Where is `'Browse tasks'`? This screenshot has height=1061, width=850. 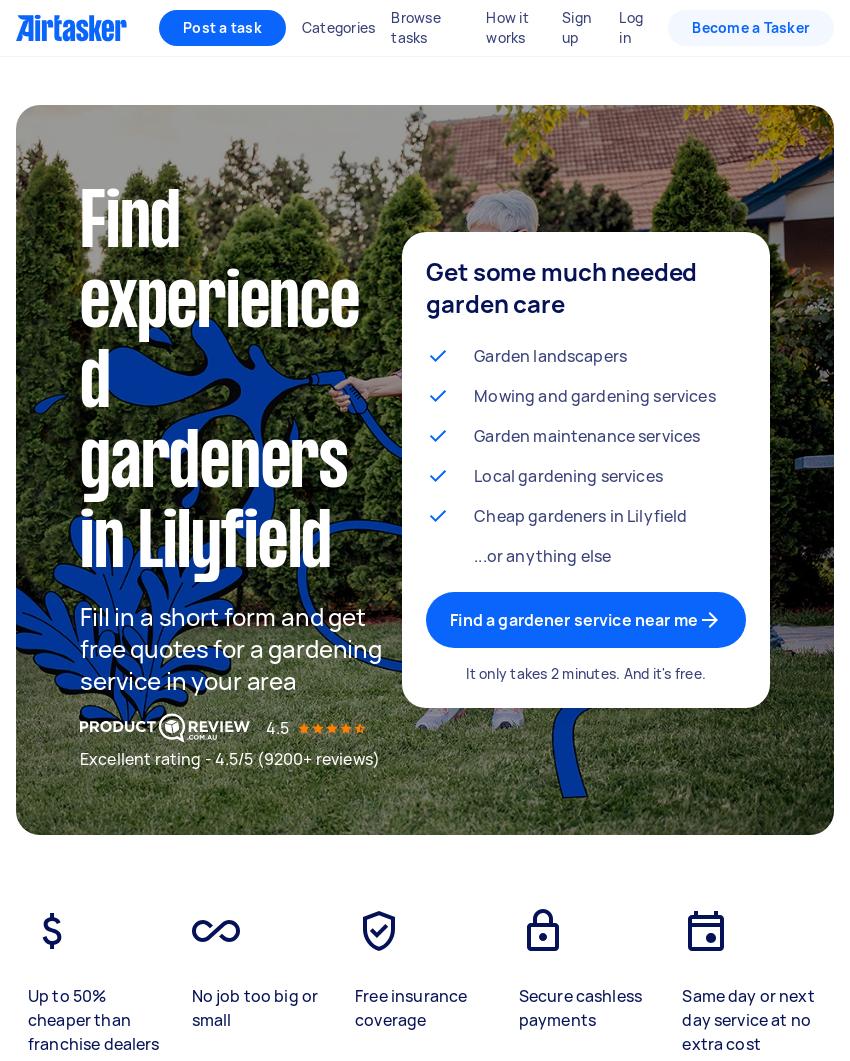
'Browse tasks' is located at coordinates (415, 27).